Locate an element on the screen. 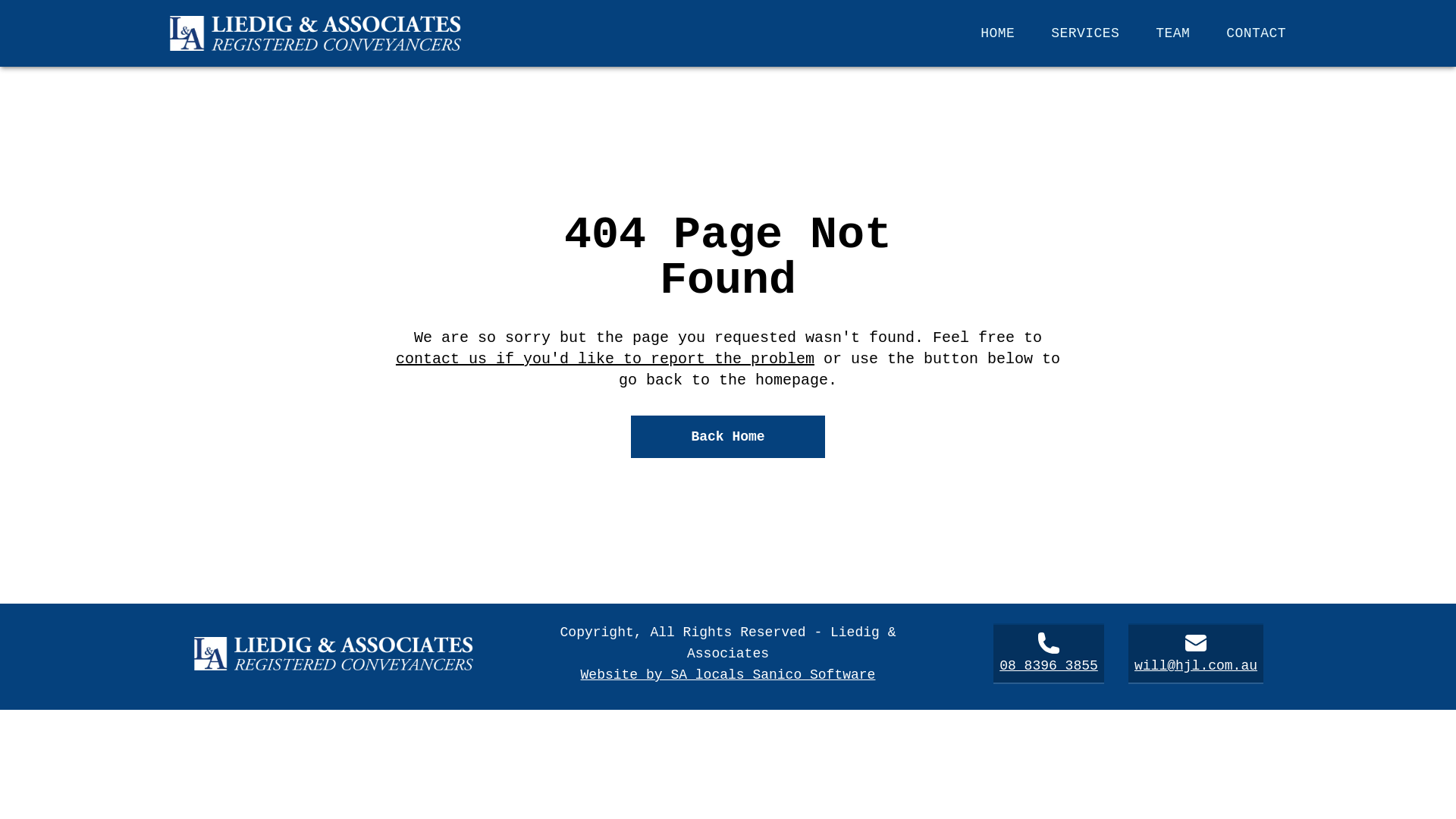 The height and width of the screenshot is (819, 1456). 'SERVICES' is located at coordinates (1084, 33).